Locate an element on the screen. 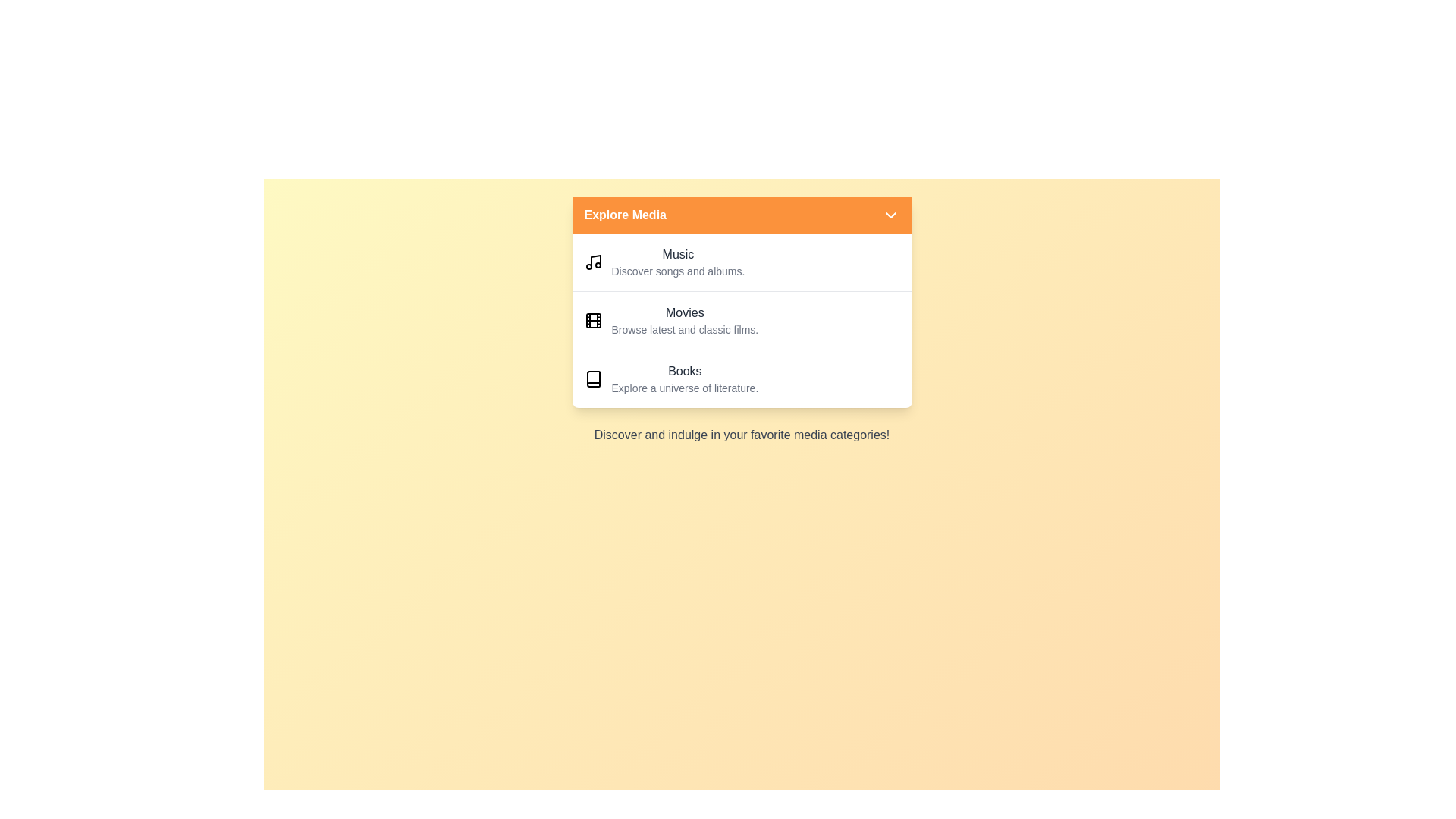 The height and width of the screenshot is (819, 1456). the background gradient to trigger an interaction is located at coordinates (742, 587).